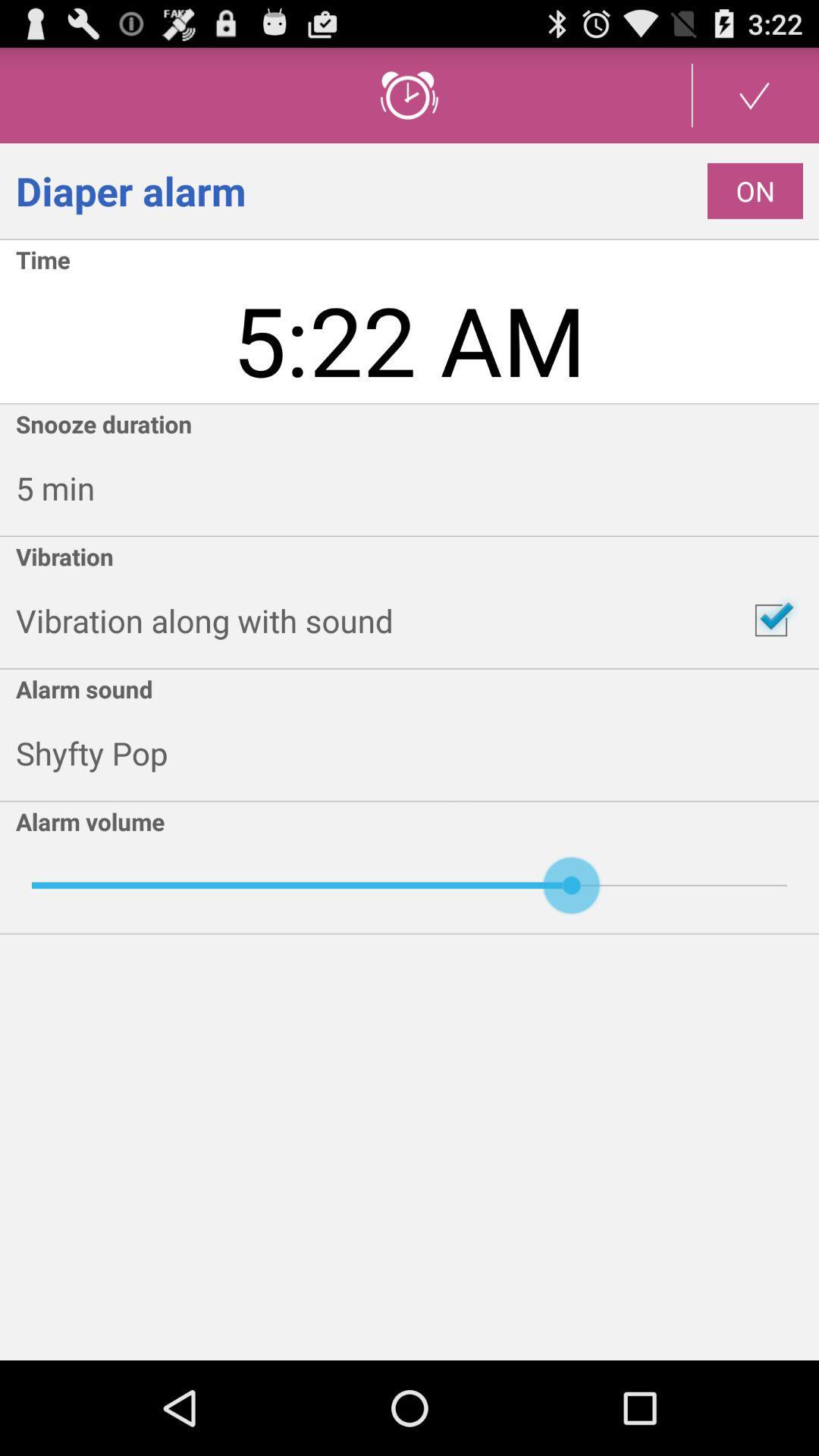 The height and width of the screenshot is (1456, 819). What do you see at coordinates (409, 338) in the screenshot?
I see `the item below the time app` at bounding box center [409, 338].